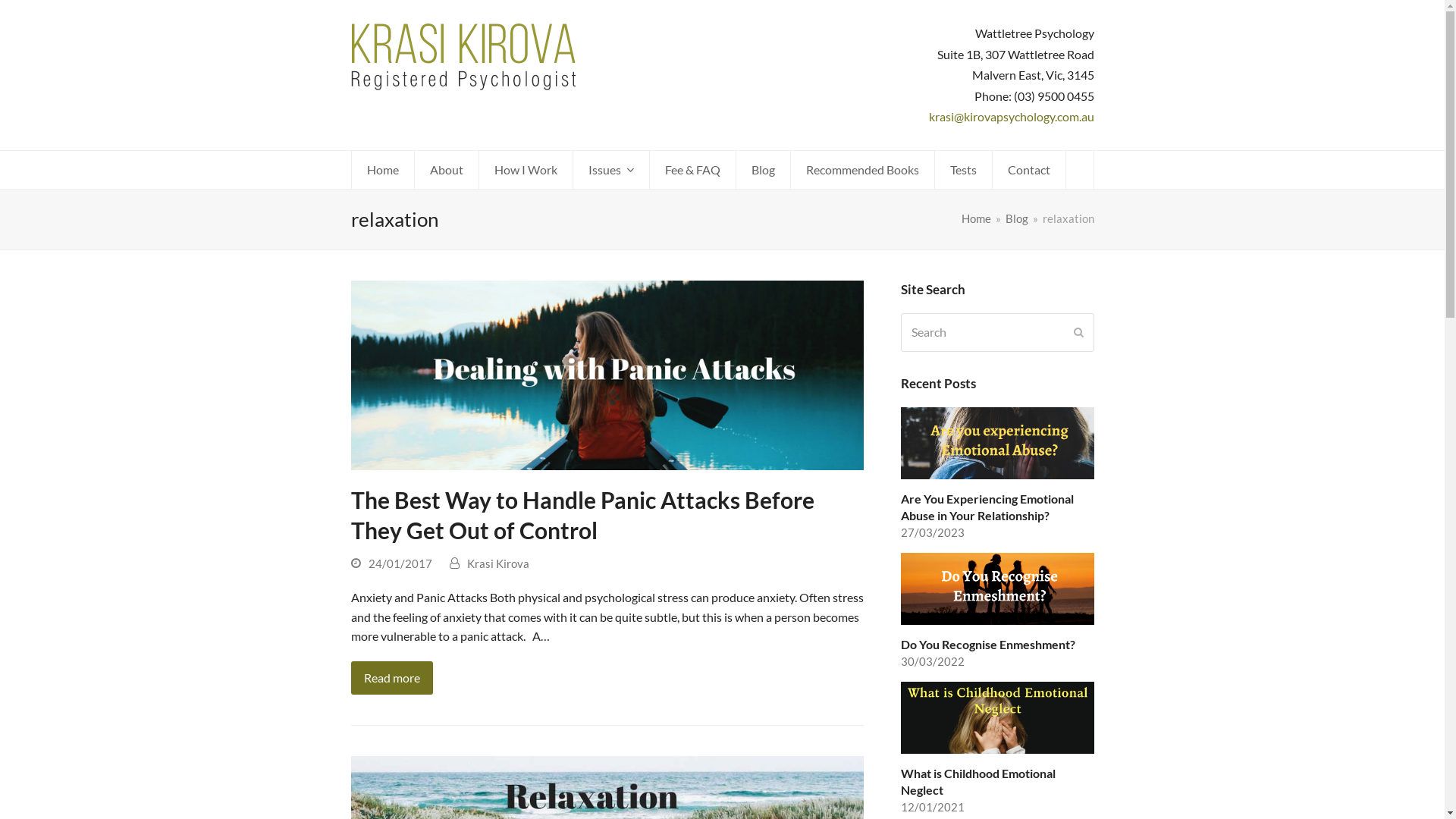 This screenshot has width=1456, height=819. What do you see at coordinates (962, 169) in the screenshot?
I see `'Tests'` at bounding box center [962, 169].